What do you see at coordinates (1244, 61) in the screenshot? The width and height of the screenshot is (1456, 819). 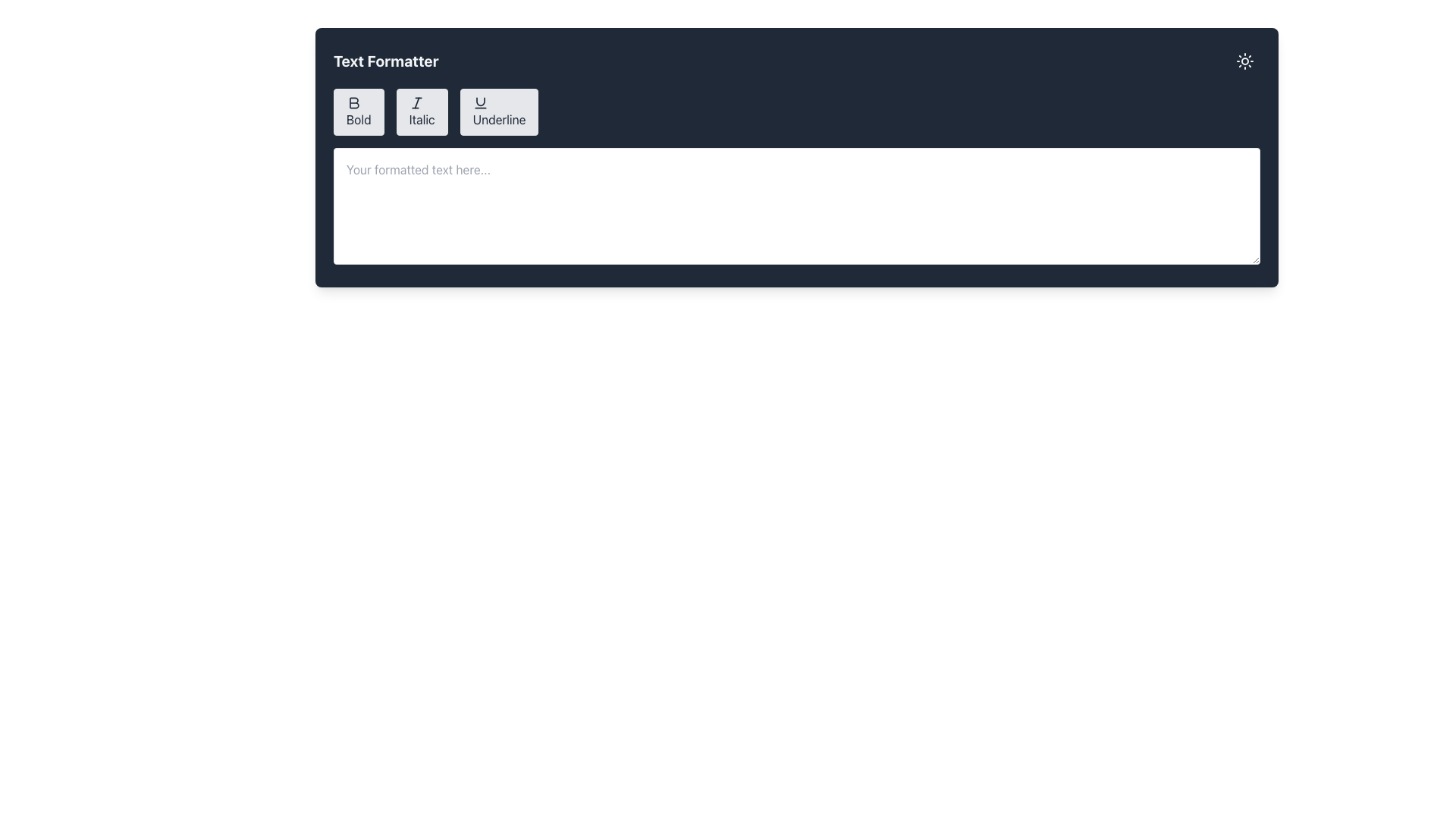 I see `the circular button with a sun icon in the top-right corner of the 'Text Formatter' section` at bounding box center [1244, 61].